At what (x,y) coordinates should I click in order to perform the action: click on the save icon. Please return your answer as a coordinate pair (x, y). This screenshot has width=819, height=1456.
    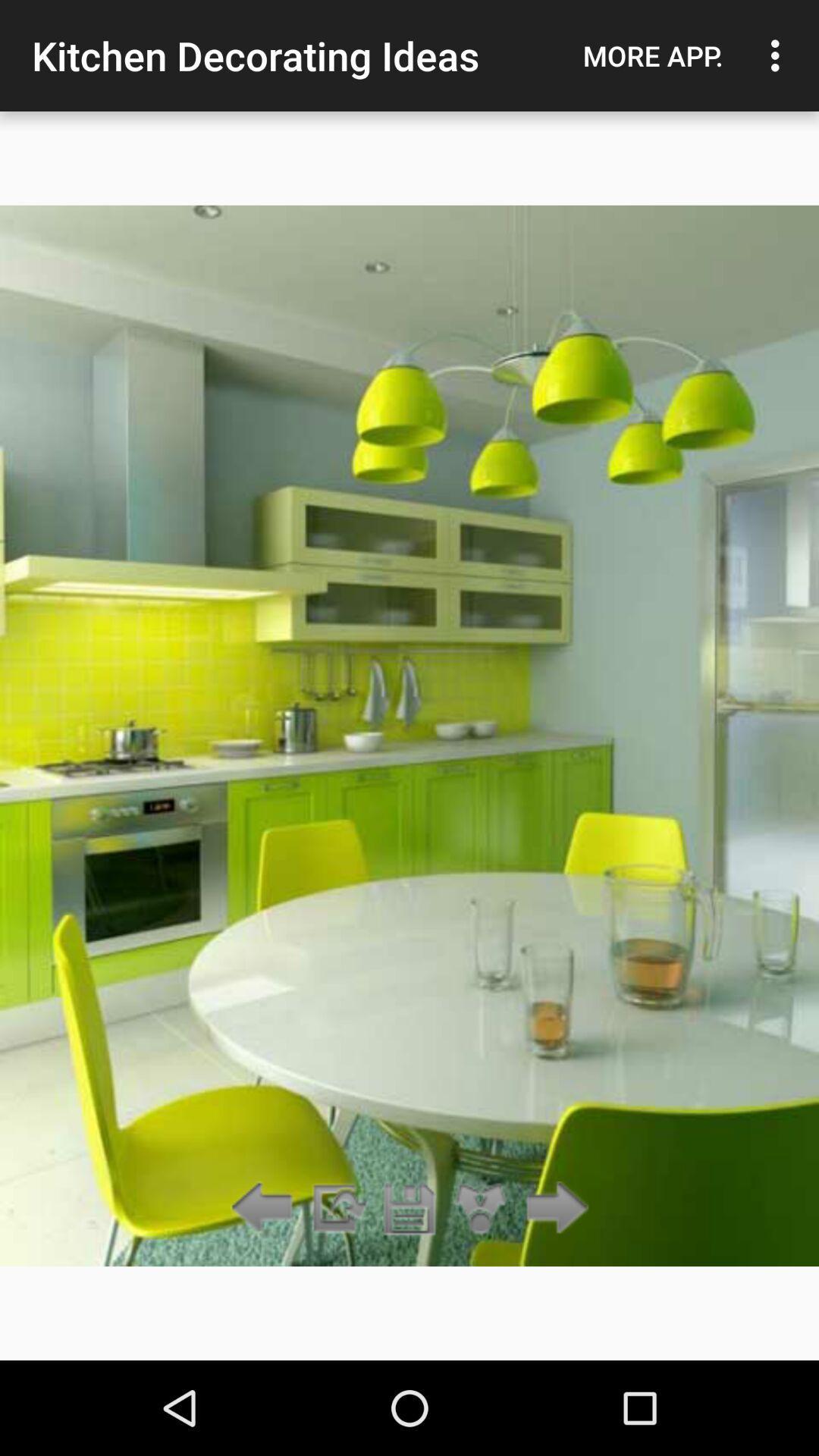
    Looking at the image, I should click on (409, 1208).